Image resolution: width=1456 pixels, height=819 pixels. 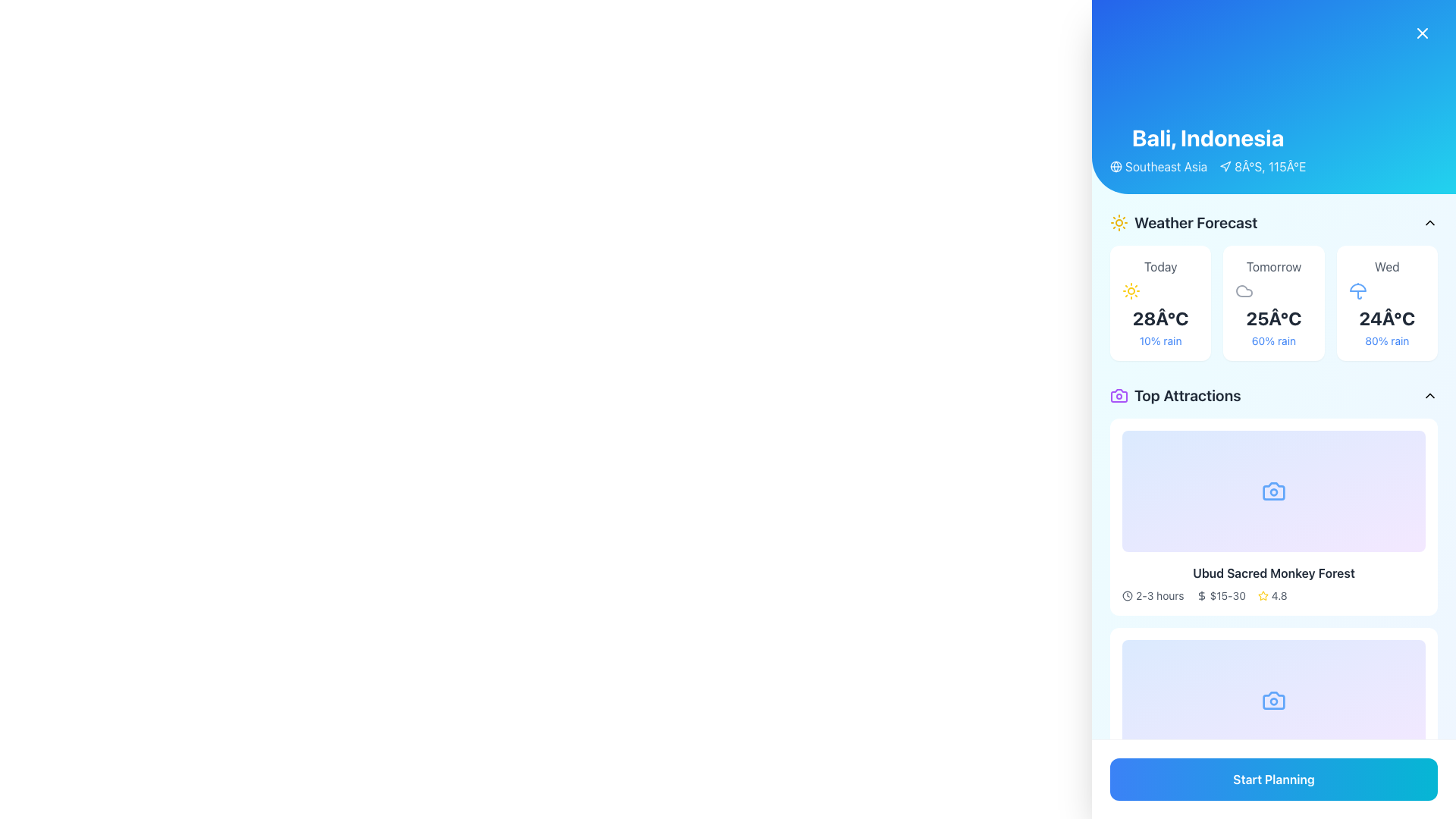 I want to click on the star icon used for ratings located in the mid-section of the right panel, adjacent to the description of 'Ubud Sacred Monkey Forest.', so click(x=1263, y=595).